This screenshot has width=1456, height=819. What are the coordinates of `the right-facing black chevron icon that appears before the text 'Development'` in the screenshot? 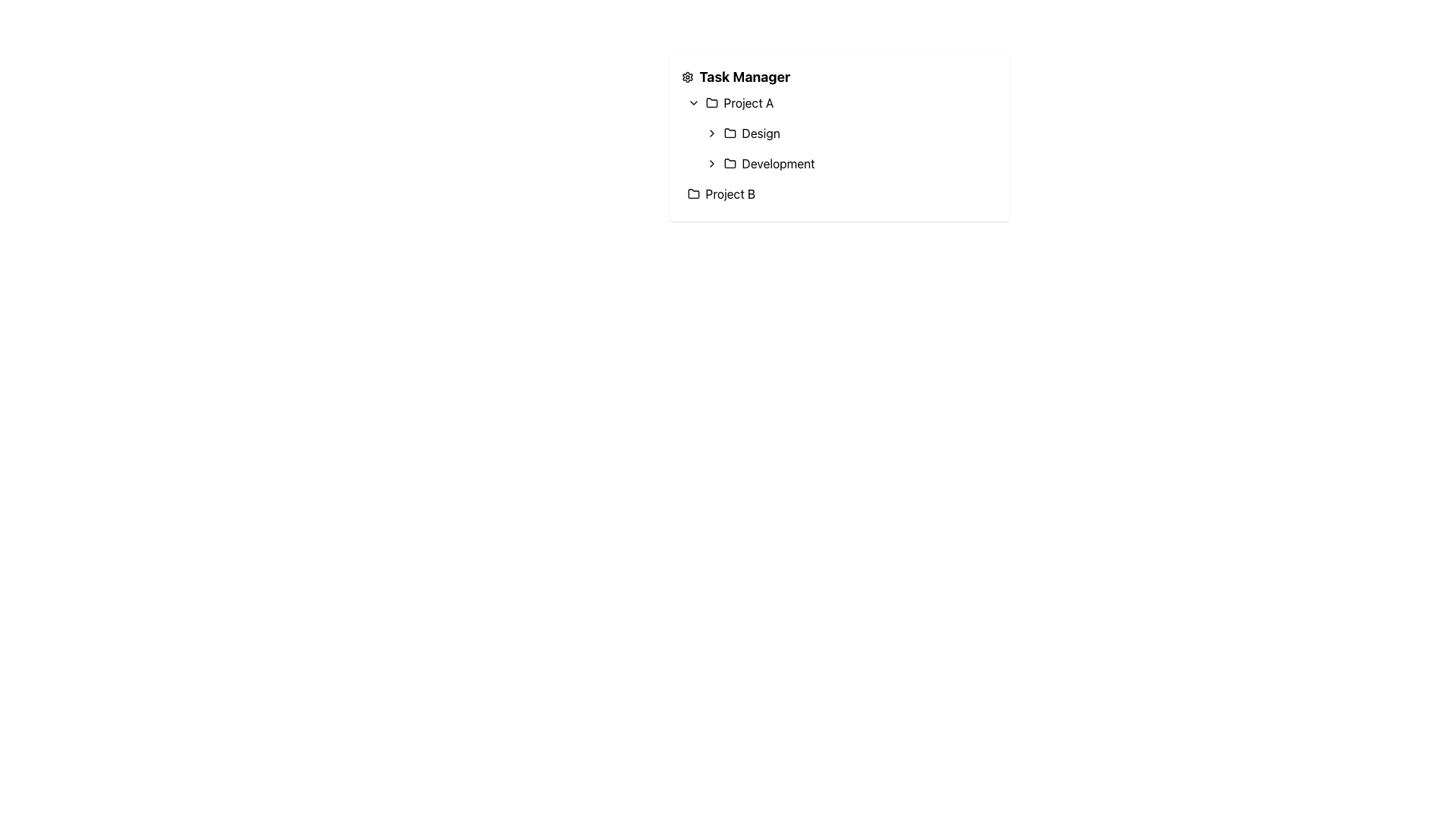 It's located at (711, 164).